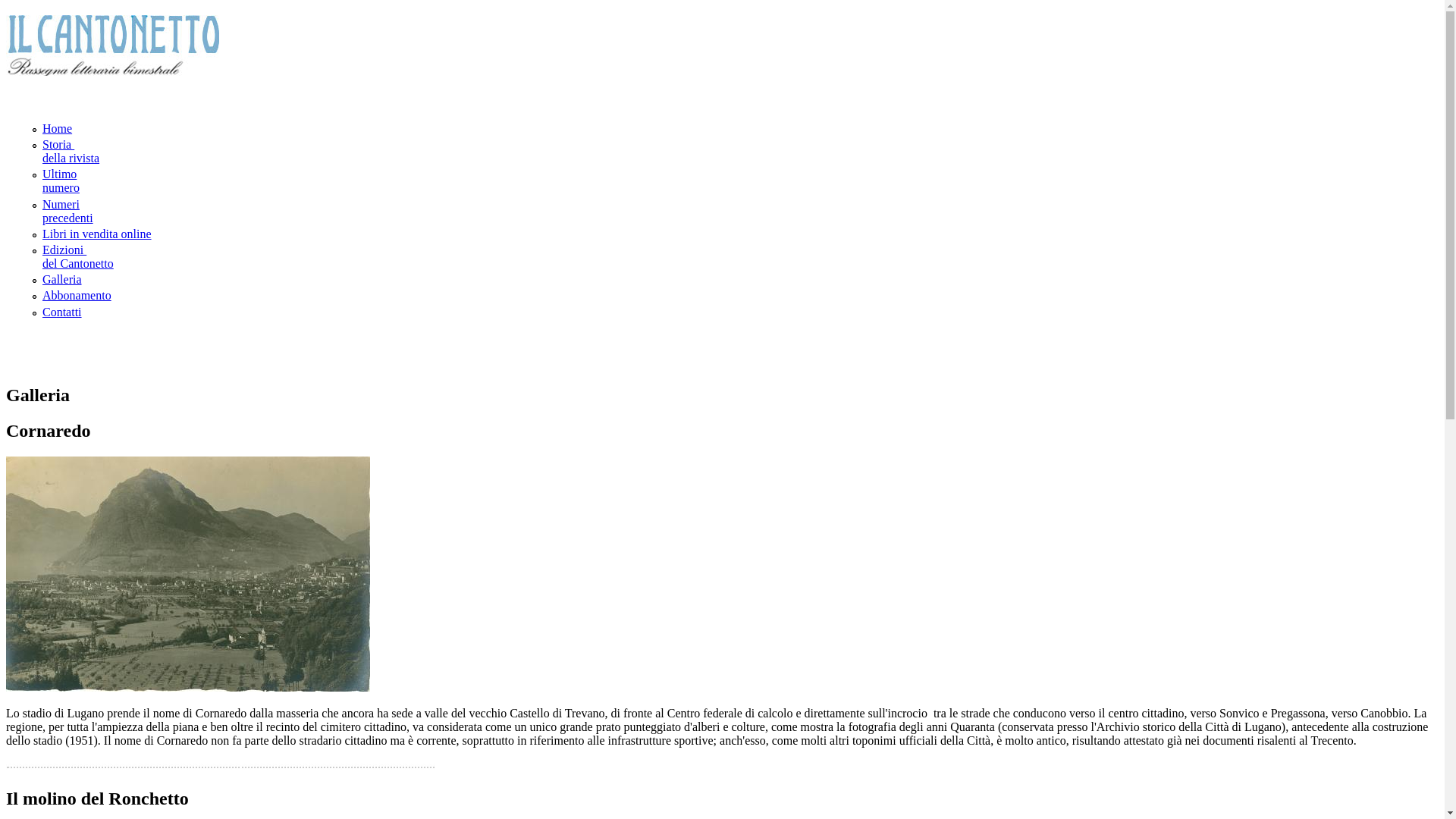 The image size is (1456, 819). I want to click on 'Home', so click(57, 127).